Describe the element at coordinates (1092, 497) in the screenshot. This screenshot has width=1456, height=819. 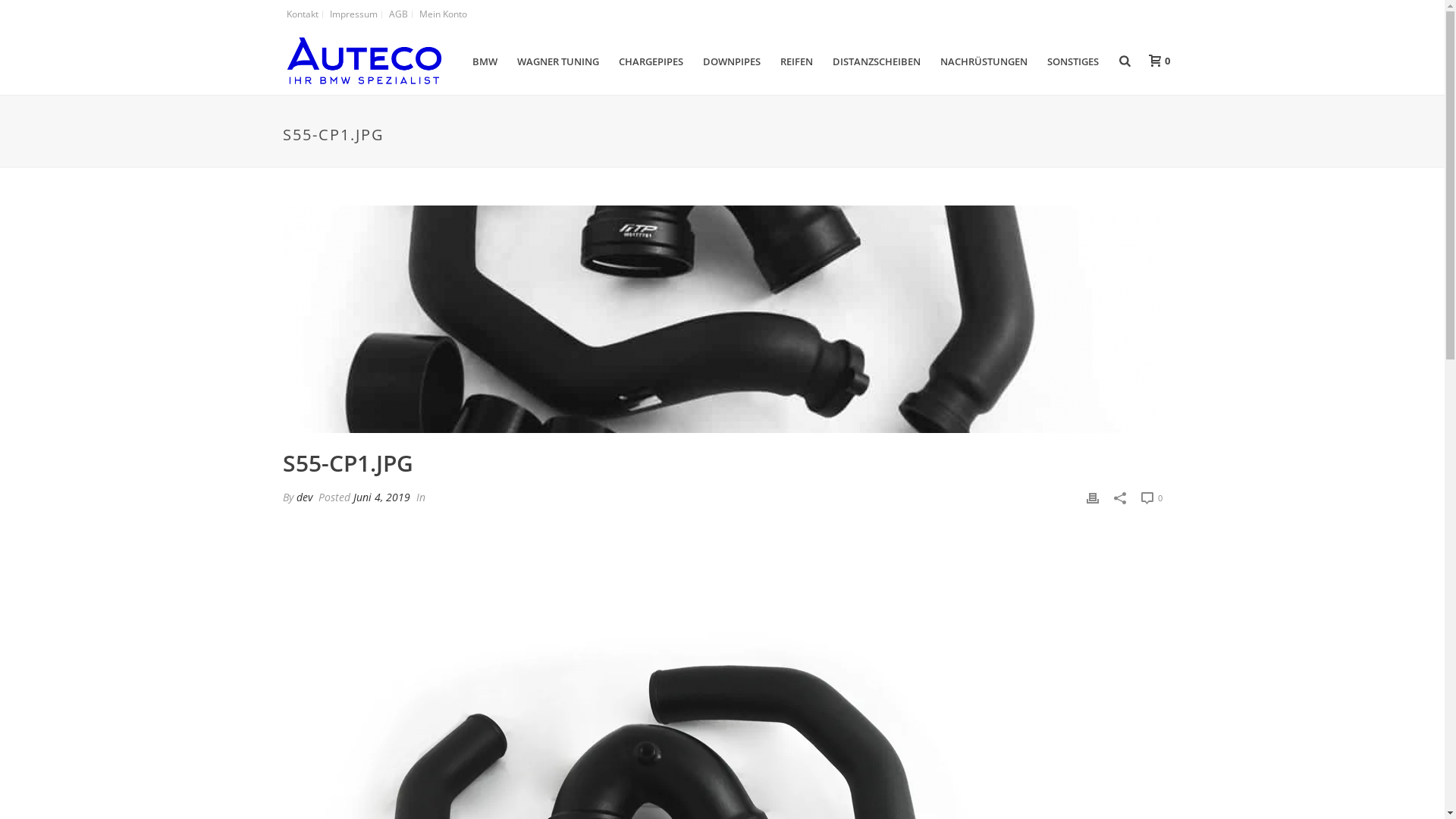
I see `'Print'` at that location.